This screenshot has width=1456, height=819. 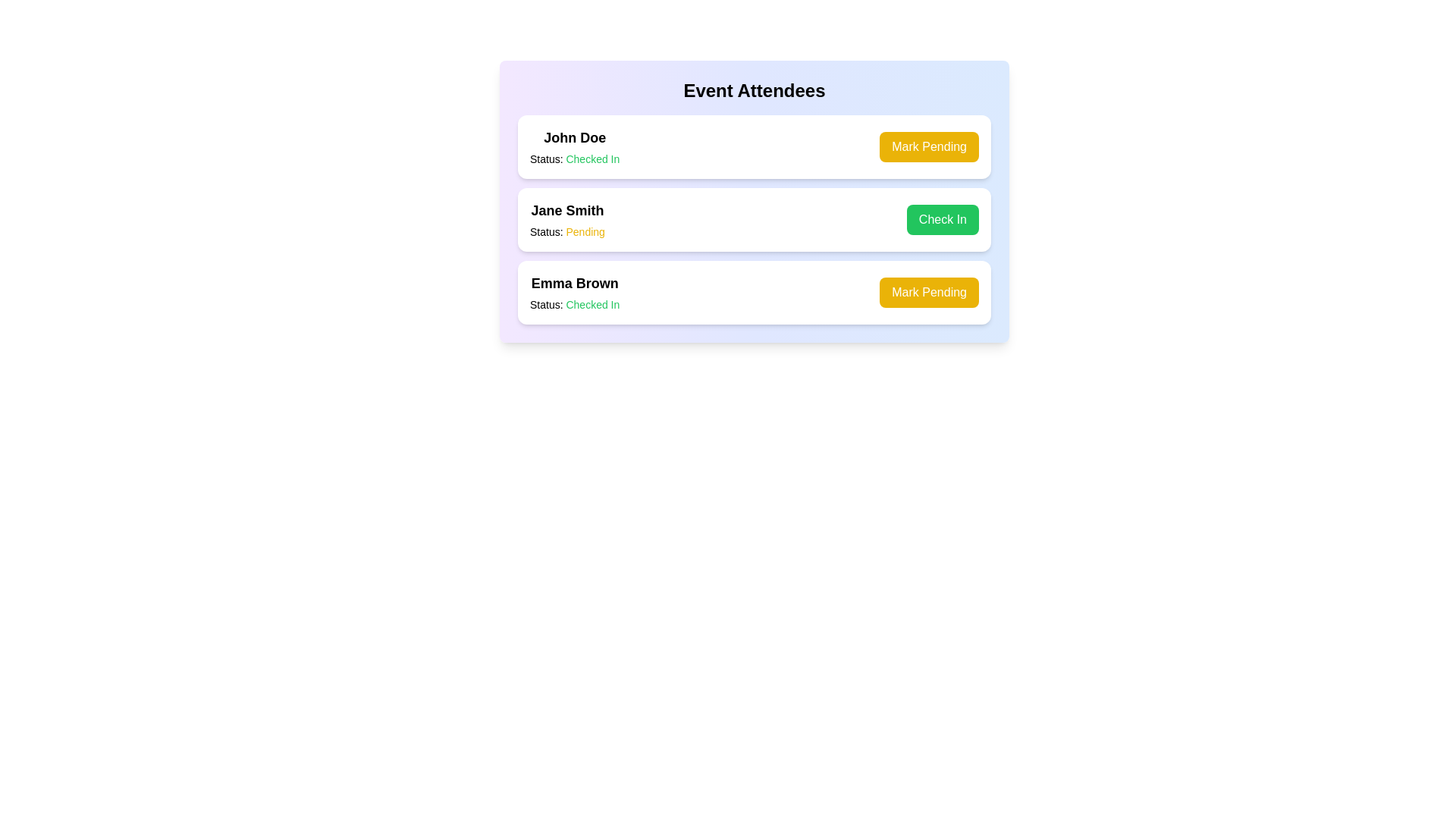 What do you see at coordinates (927, 146) in the screenshot?
I see `the button labeled 'Mark Pending' to view its hover effect` at bounding box center [927, 146].